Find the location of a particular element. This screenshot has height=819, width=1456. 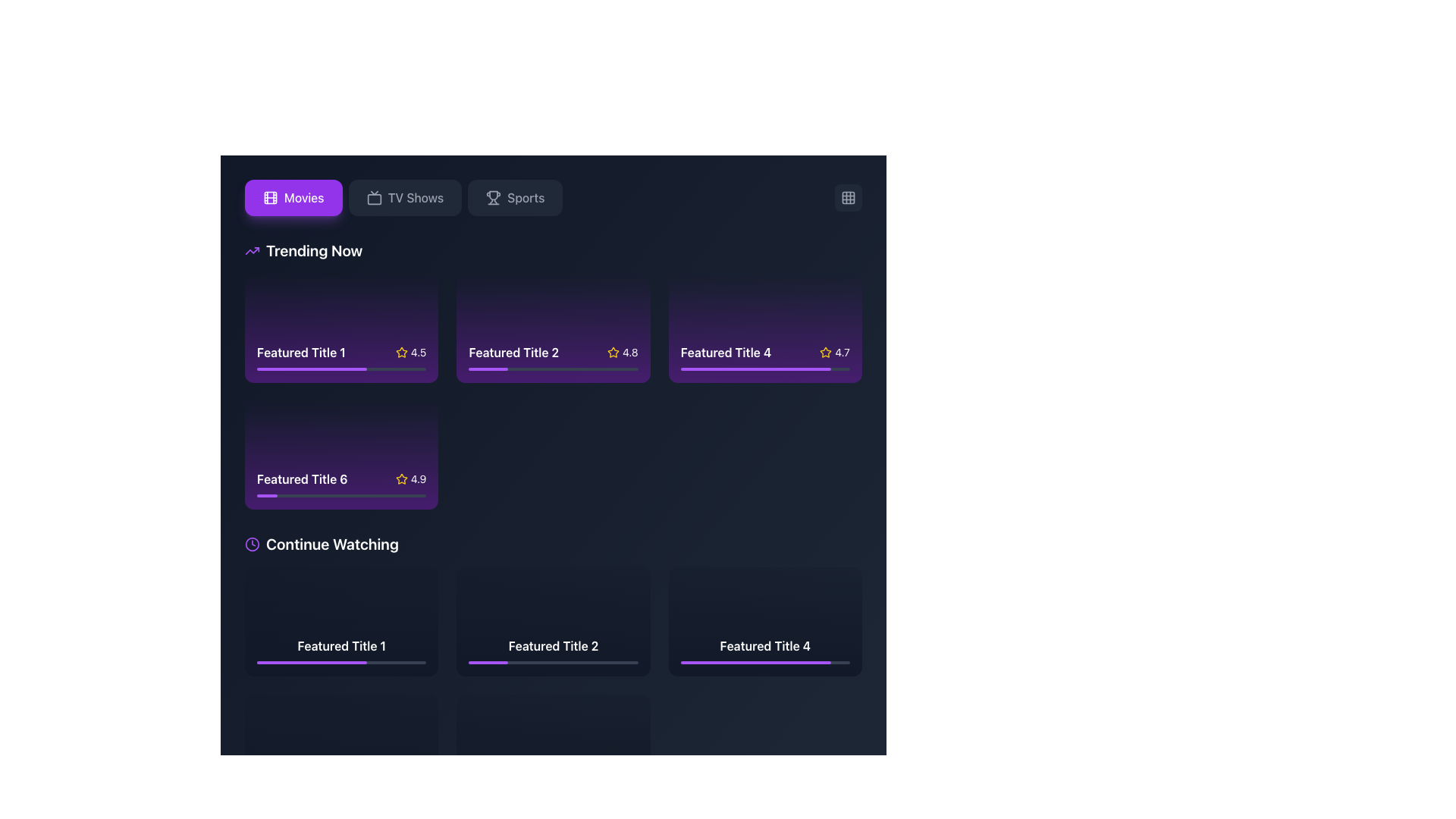

the button in the top-right corner that toggles the view or display format of items below, including 'Movies', 'TV Shows', and 'Sports' is located at coordinates (847, 197).